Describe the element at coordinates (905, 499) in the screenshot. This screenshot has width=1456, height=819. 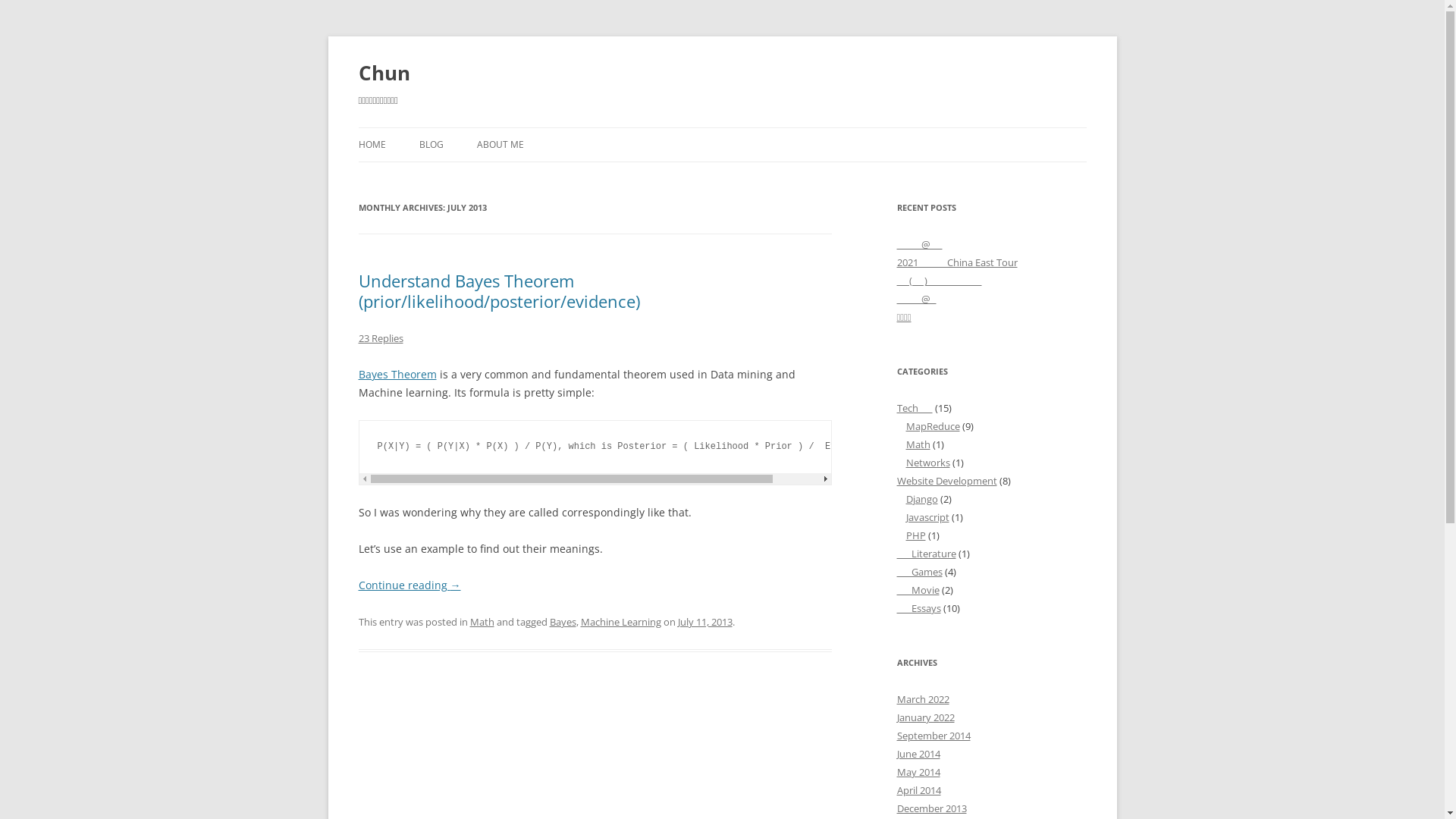
I see `'Django'` at that location.